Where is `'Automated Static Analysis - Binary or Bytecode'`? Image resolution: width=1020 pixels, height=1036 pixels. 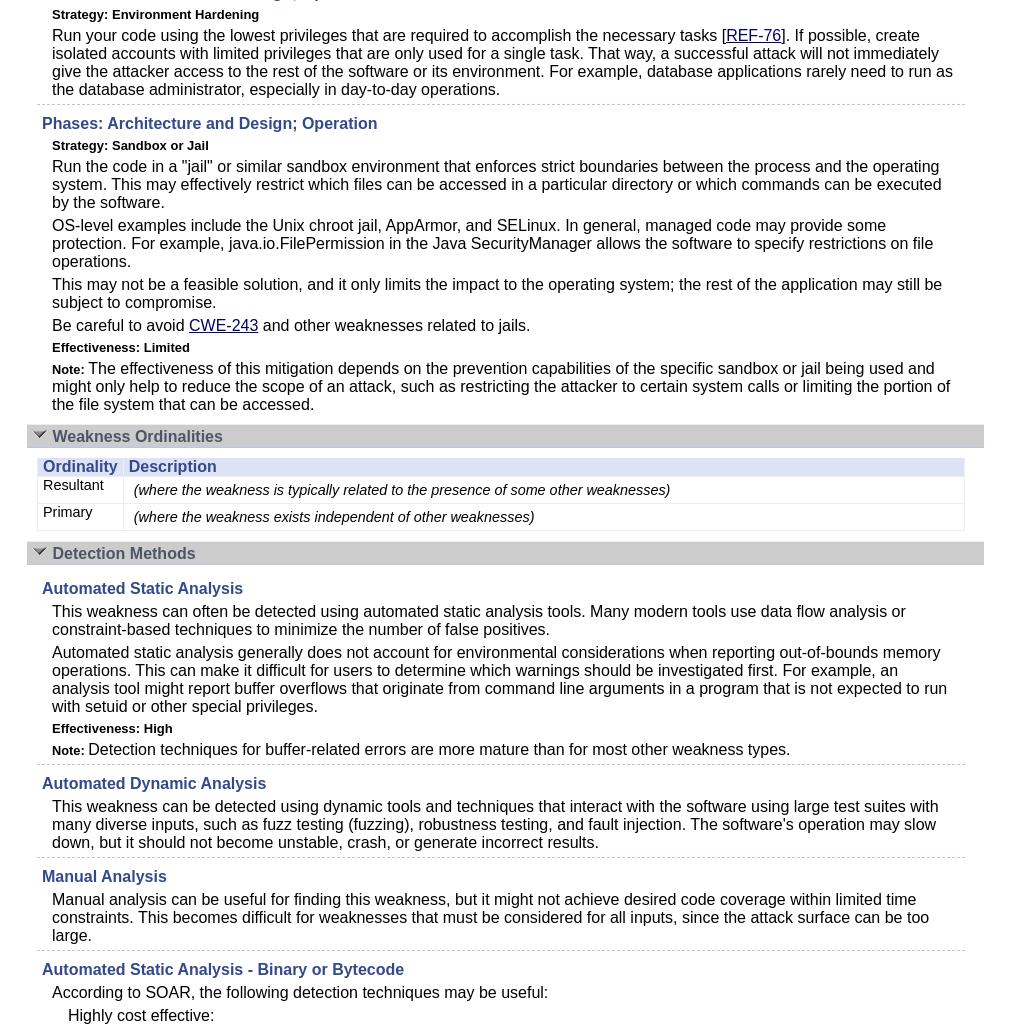
'Automated Static Analysis - Binary or Bytecode' is located at coordinates (222, 969).